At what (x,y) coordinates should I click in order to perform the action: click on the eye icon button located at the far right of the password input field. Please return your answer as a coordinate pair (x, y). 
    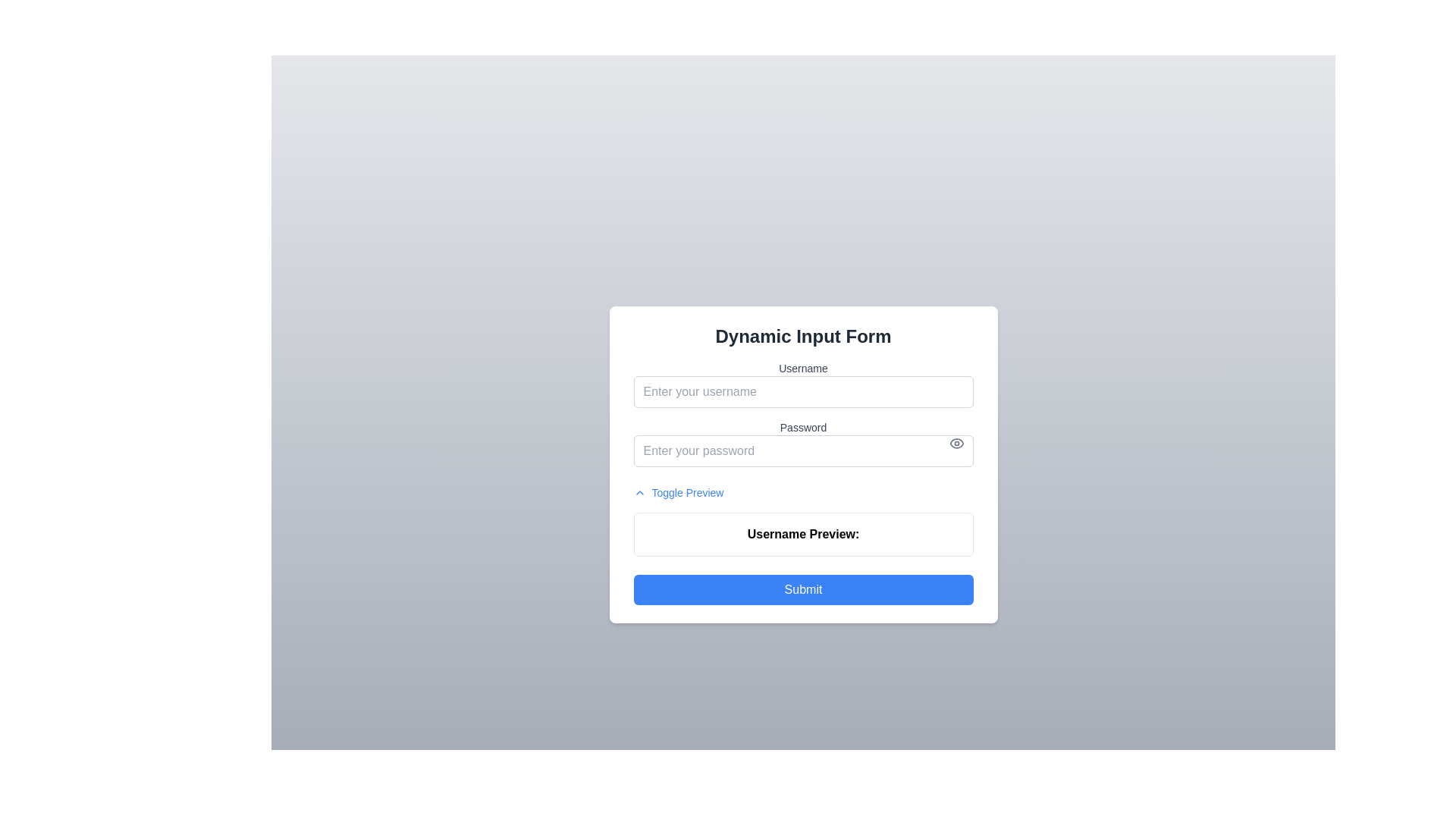
    Looking at the image, I should click on (955, 444).